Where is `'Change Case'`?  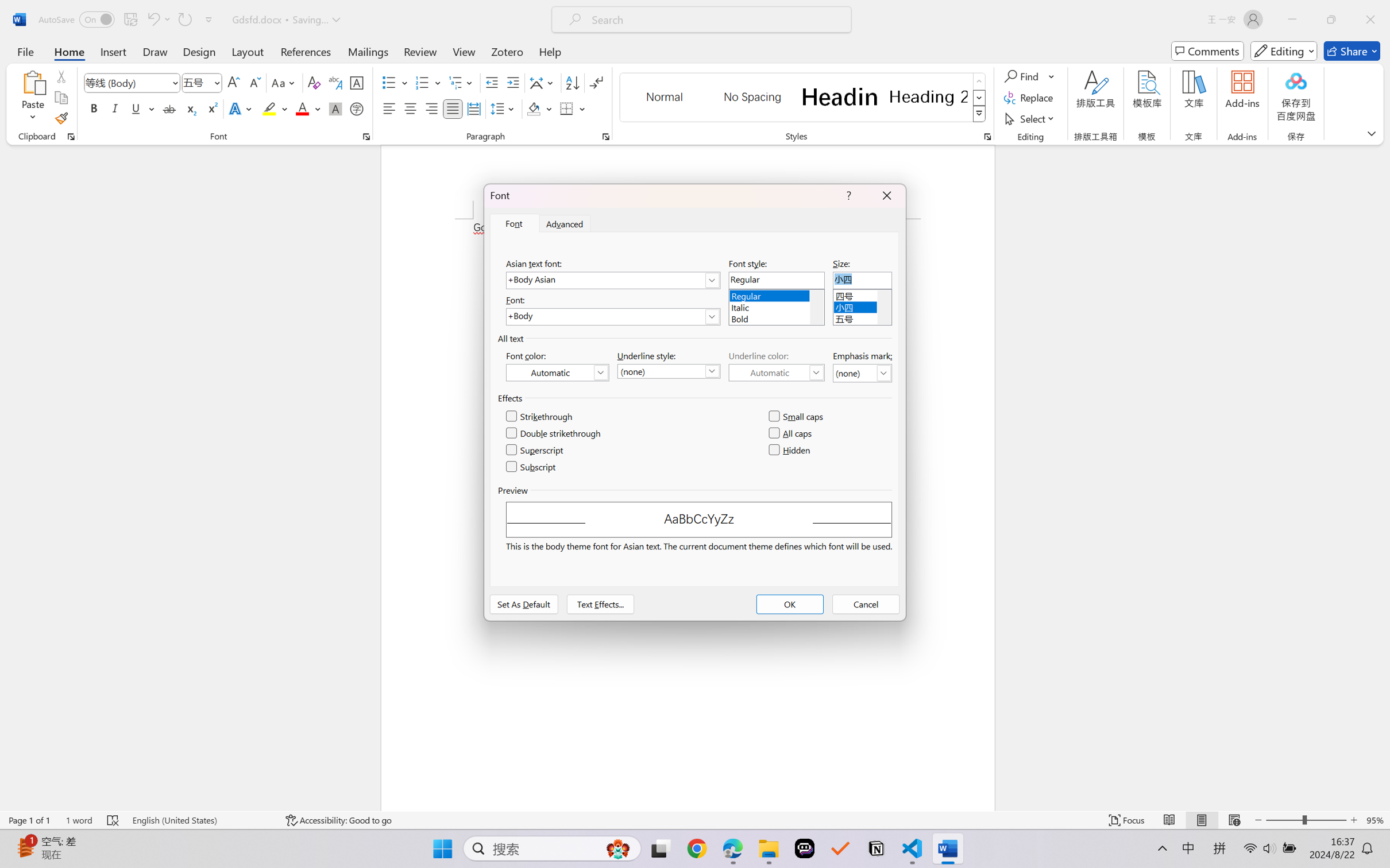 'Change Case' is located at coordinates (283, 83).